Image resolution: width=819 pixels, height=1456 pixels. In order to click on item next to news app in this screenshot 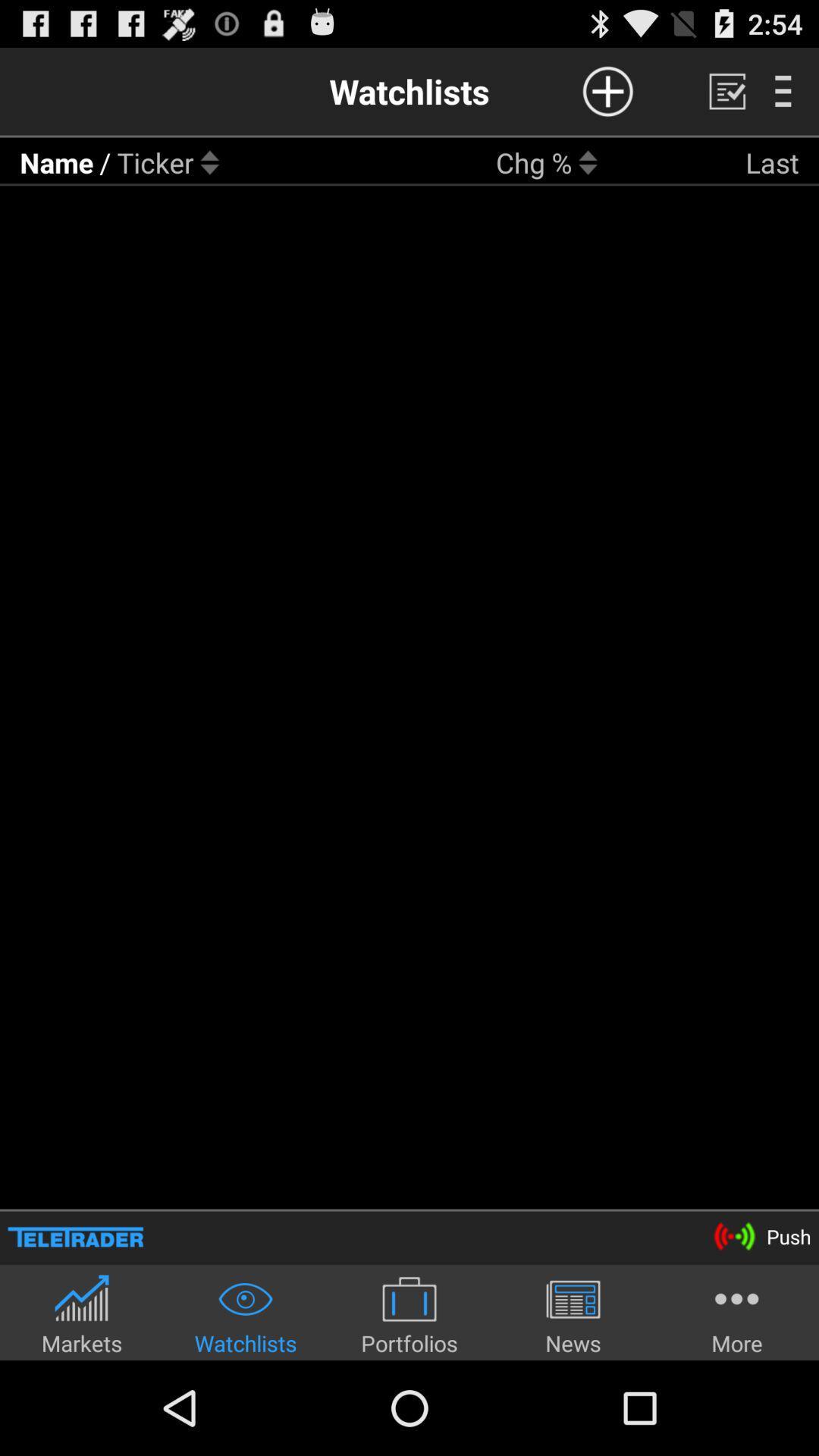, I will do `click(409, 1313)`.